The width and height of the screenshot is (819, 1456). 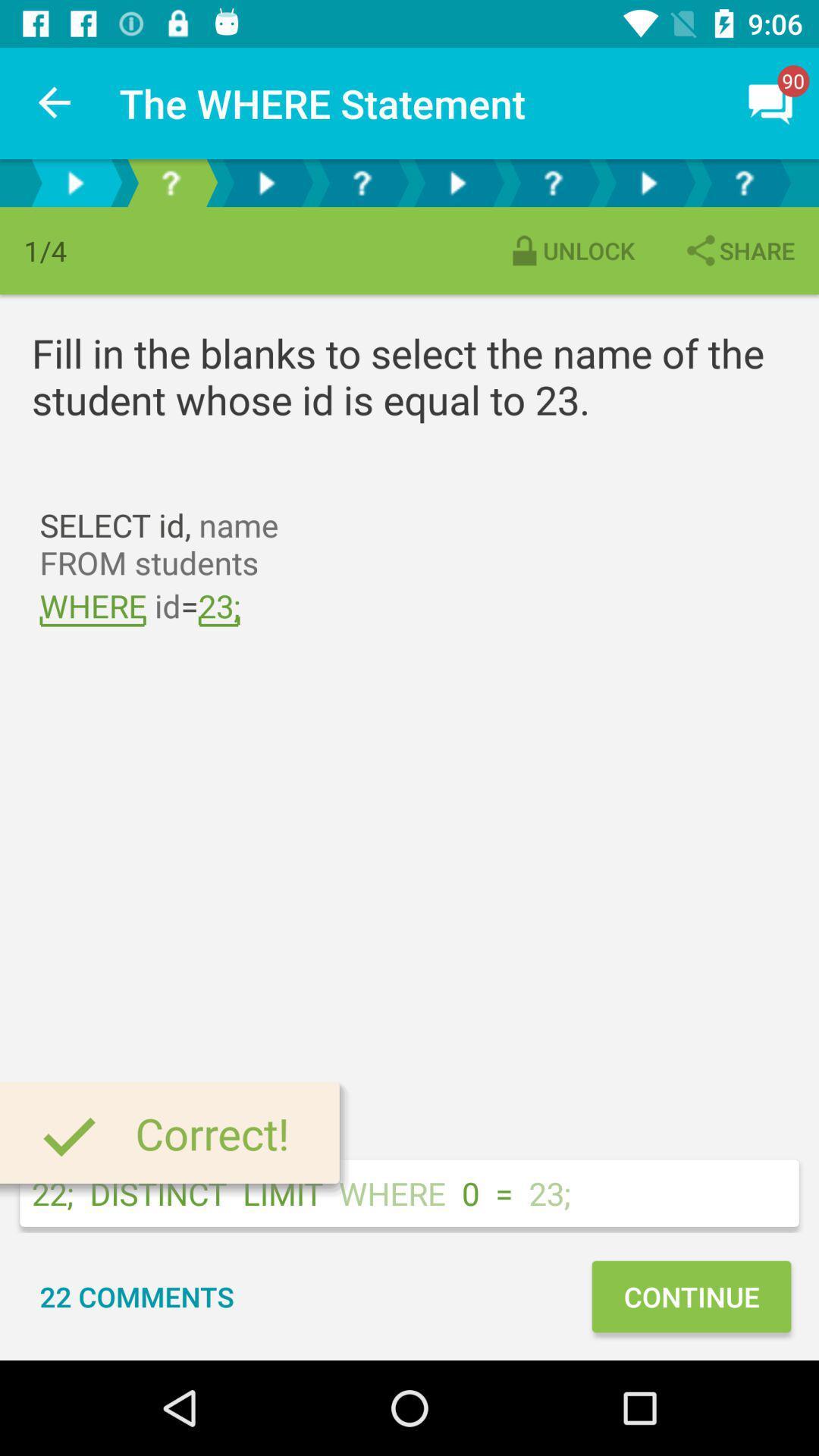 What do you see at coordinates (648, 182) in the screenshot?
I see `next page` at bounding box center [648, 182].